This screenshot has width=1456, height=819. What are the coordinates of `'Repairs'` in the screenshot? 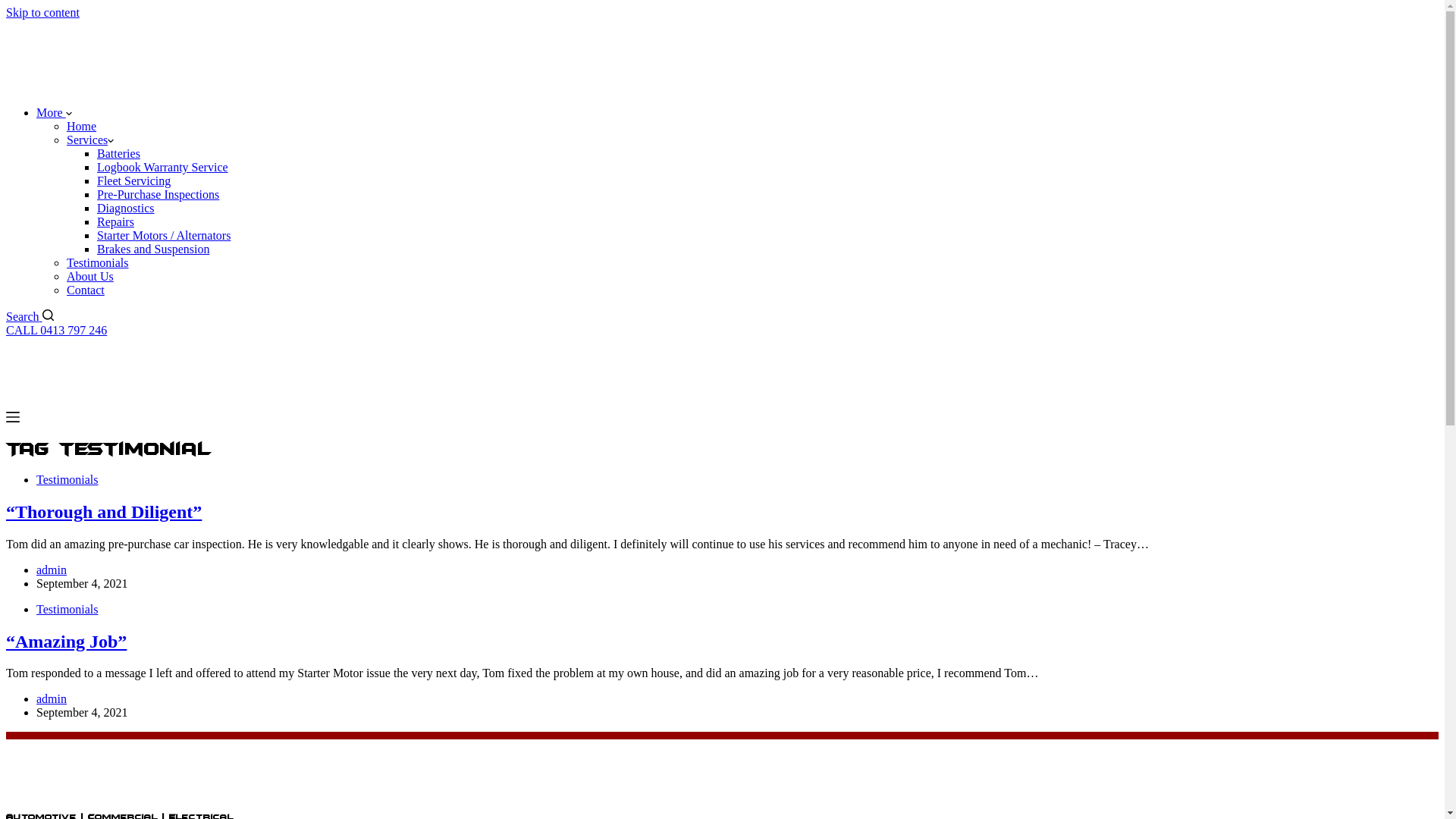 It's located at (115, 221).